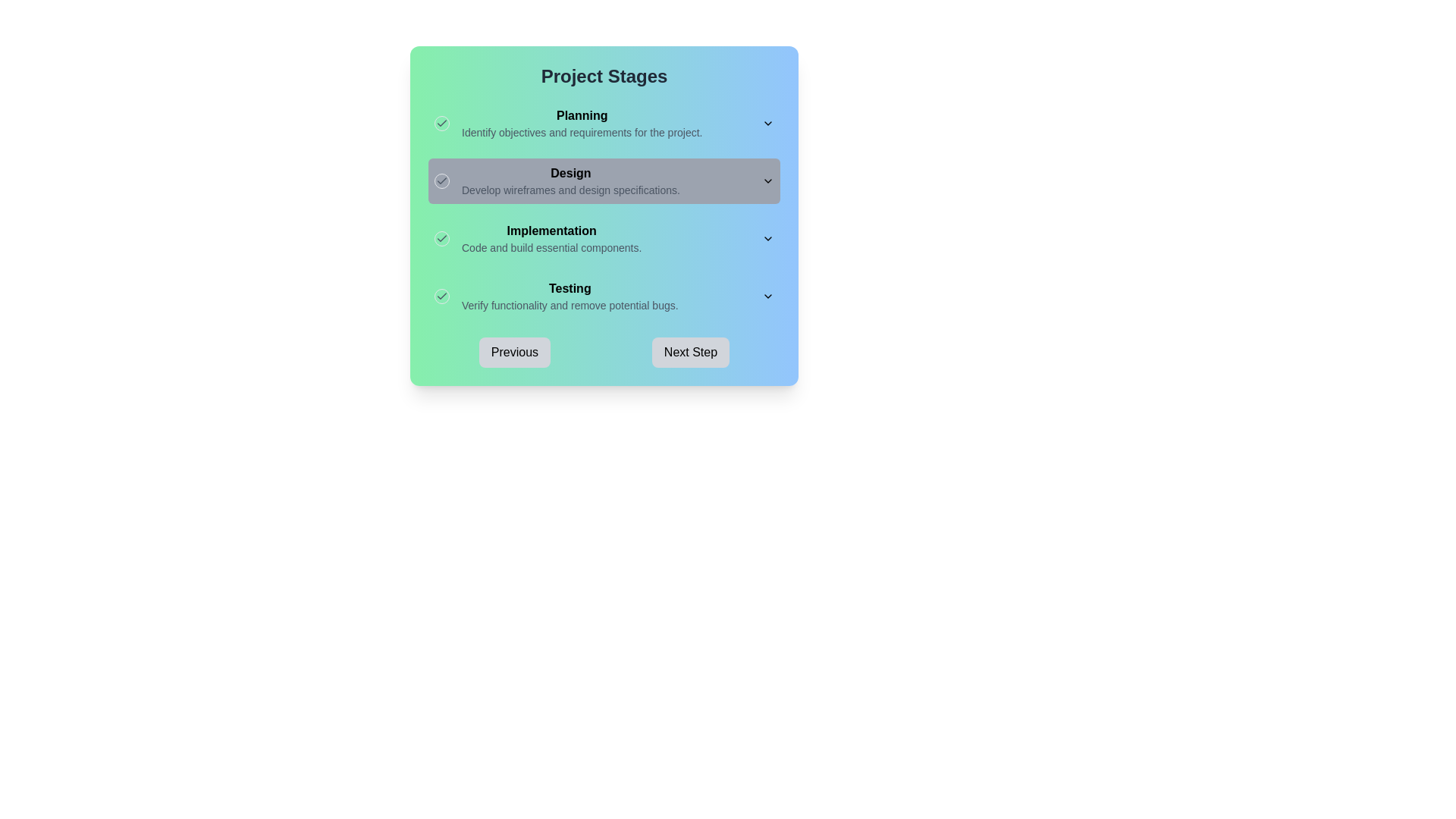  What do you see at coordinates (603, 239) in the screenshot?
I see `the downward arrow icon on the third list item titled 'Implementation'` at bounding box center [603, 239].